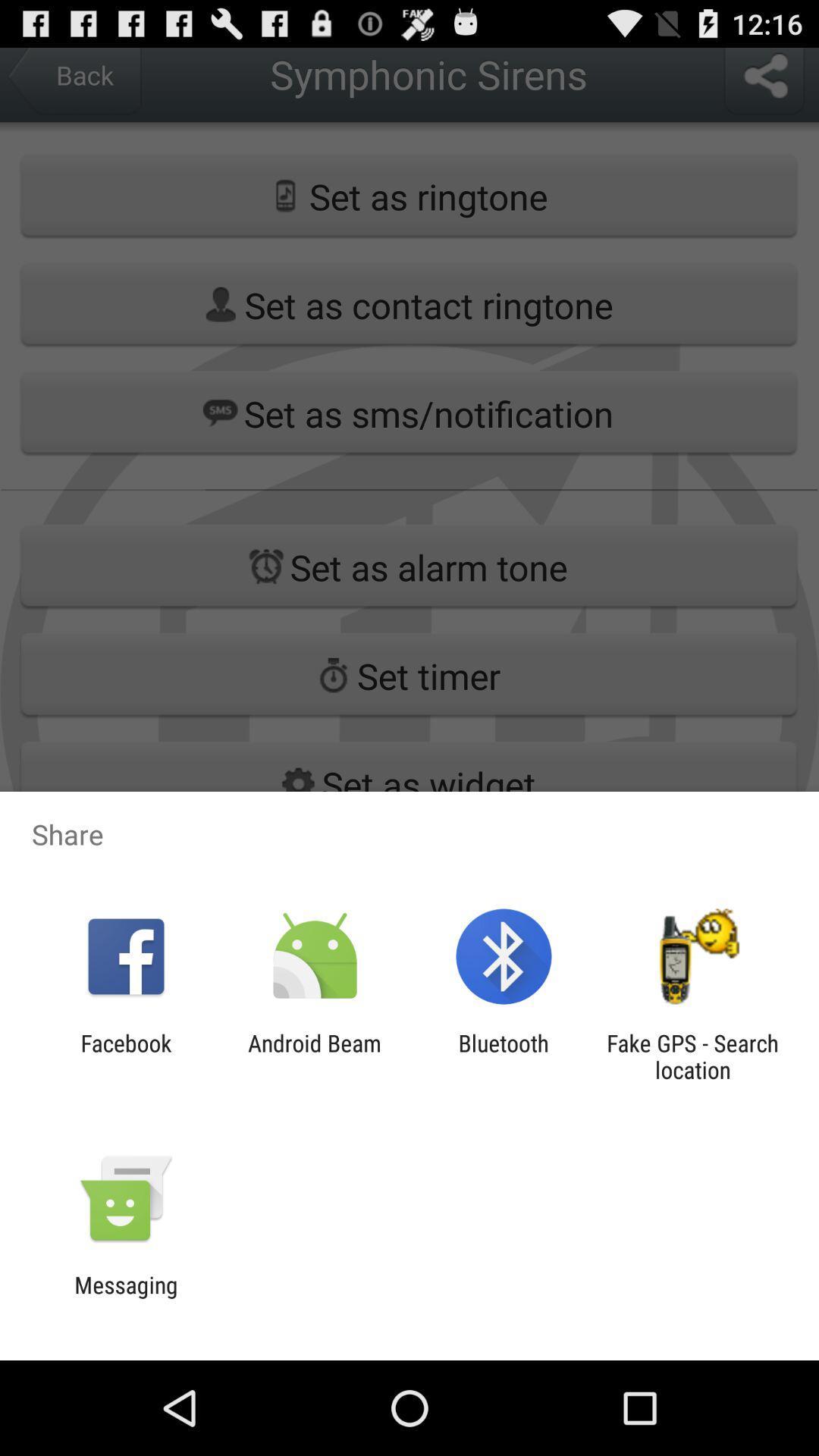 This screenshot has width=819, height=1456. What do you see at coordinates (504, 1056) in the screenshot?
I see `the icon next to the fake gps search item` at bounding box center [504, 1056].